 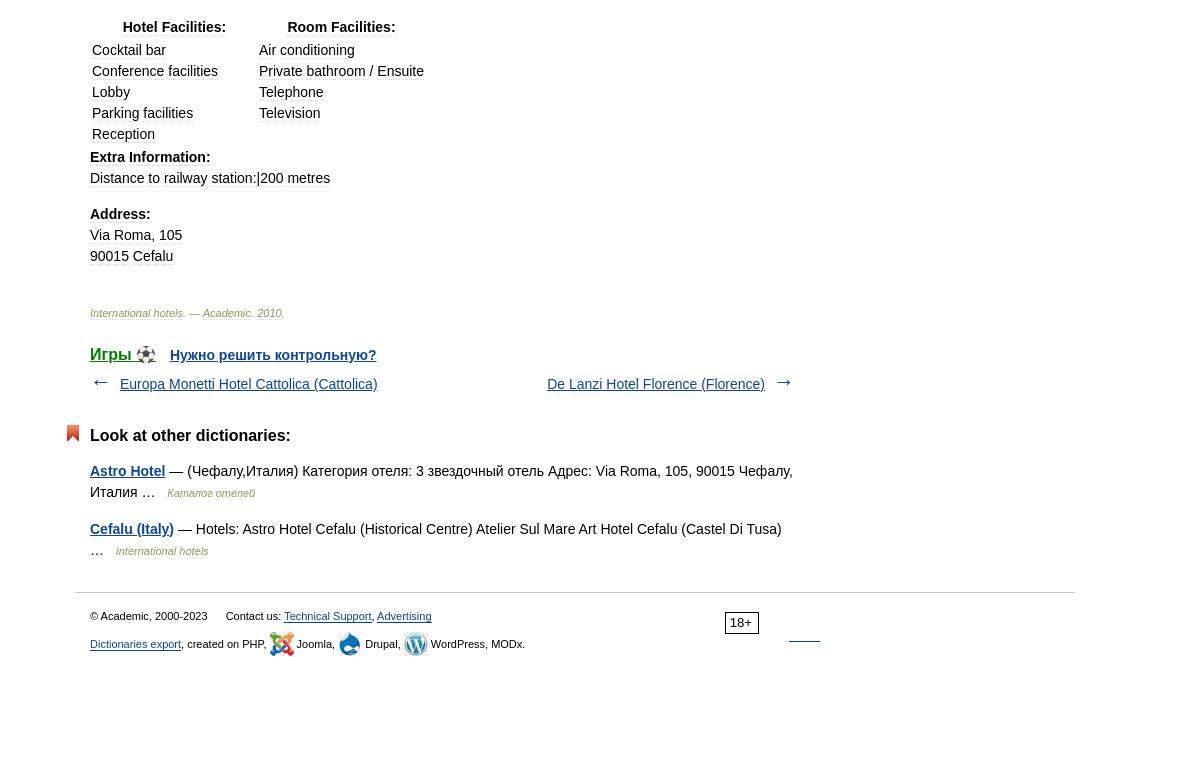 I want to click on 'Dictionaries export', so click(x=135, y=644).